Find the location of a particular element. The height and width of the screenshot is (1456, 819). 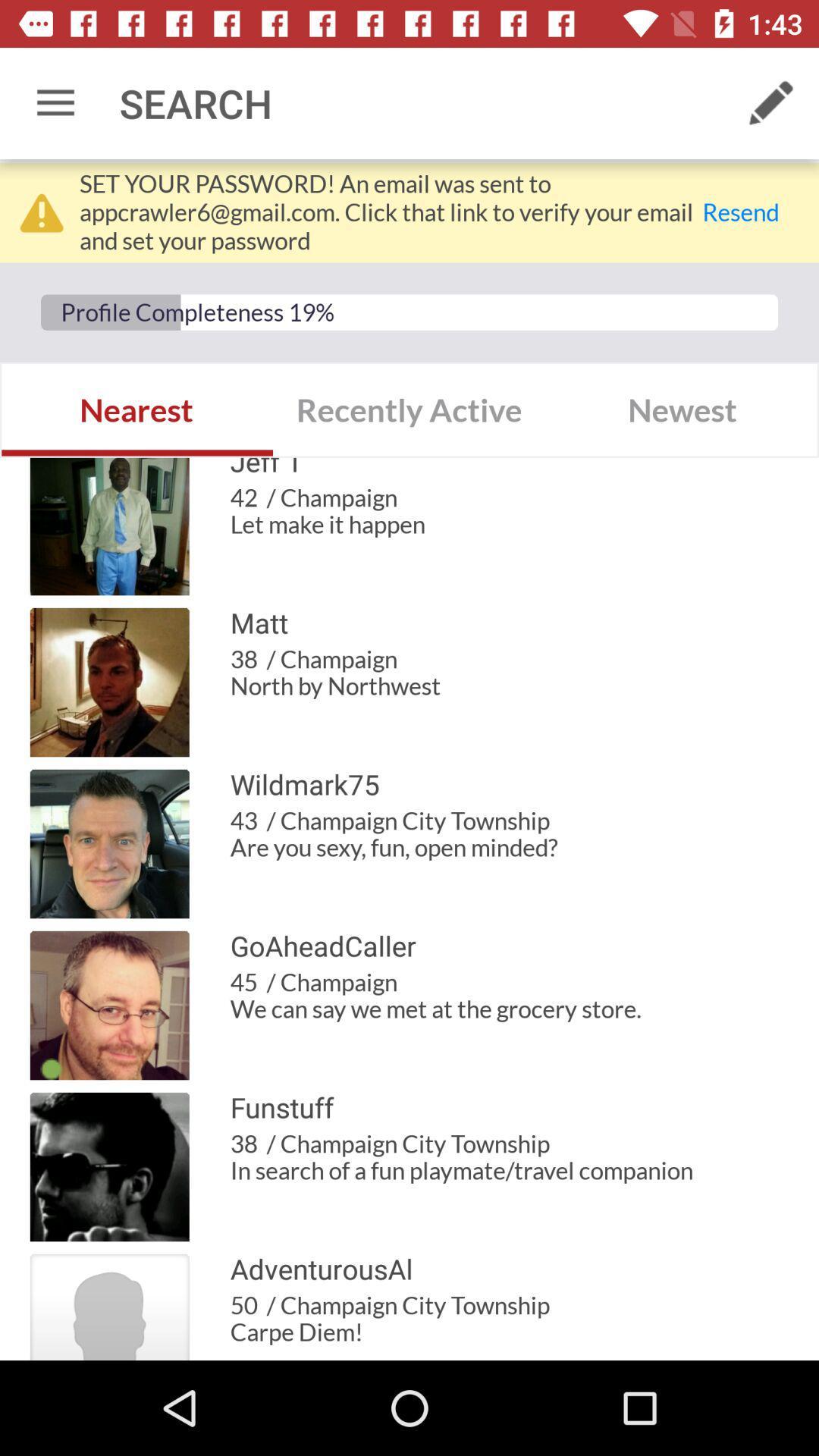

tab newest in grey color is located at coordinates (681, 410).